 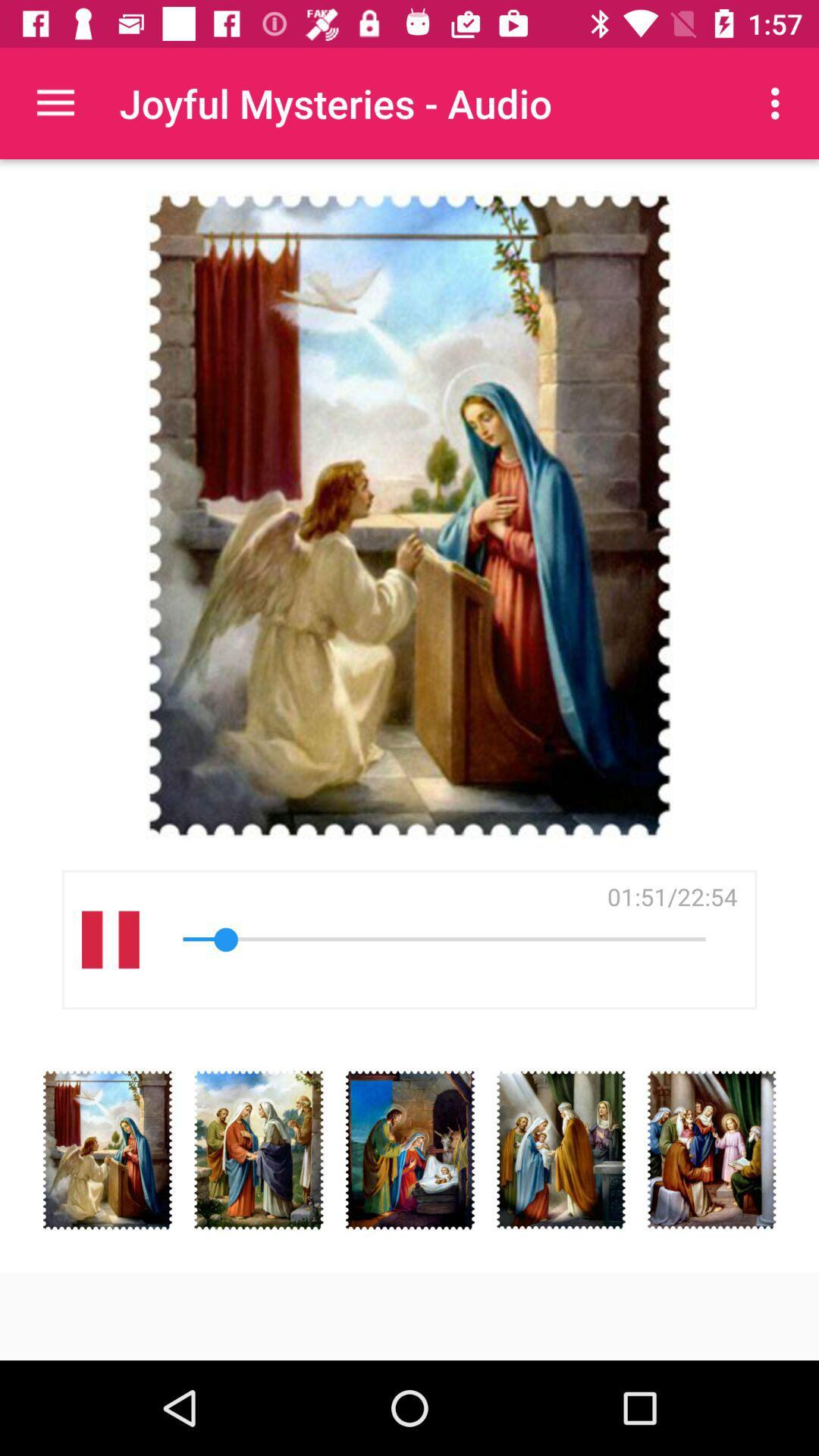 What do you see at coordinates (779, 102) in the screenshot?
I see `item at the top right corner` at bounding box center [779, 102].